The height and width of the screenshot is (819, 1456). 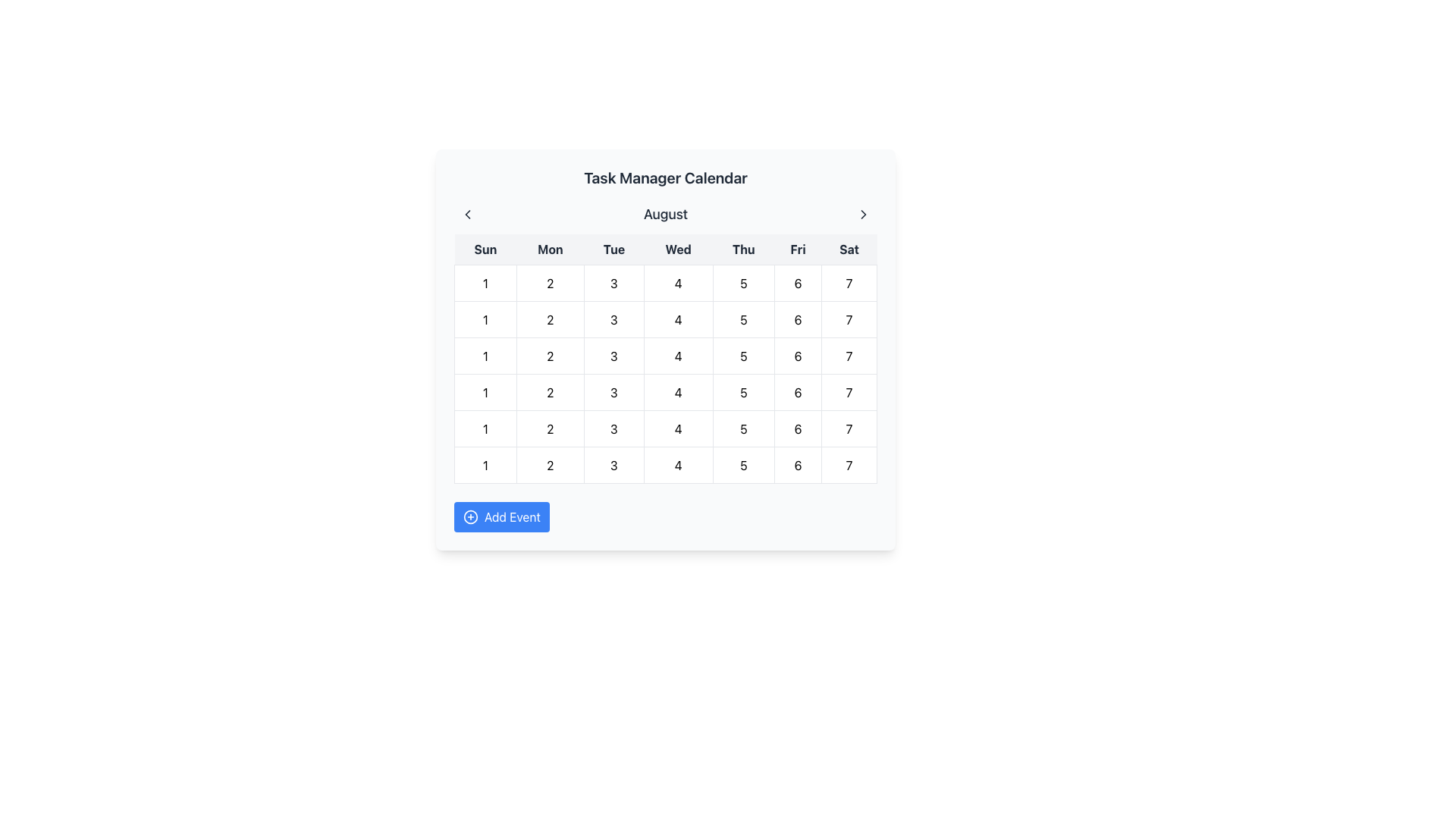 What do you see at coordinates (613, 356) in the screenshot?
I see `the calendar day cell representing the 3rd day of the month` at bounding box center [613, 356].